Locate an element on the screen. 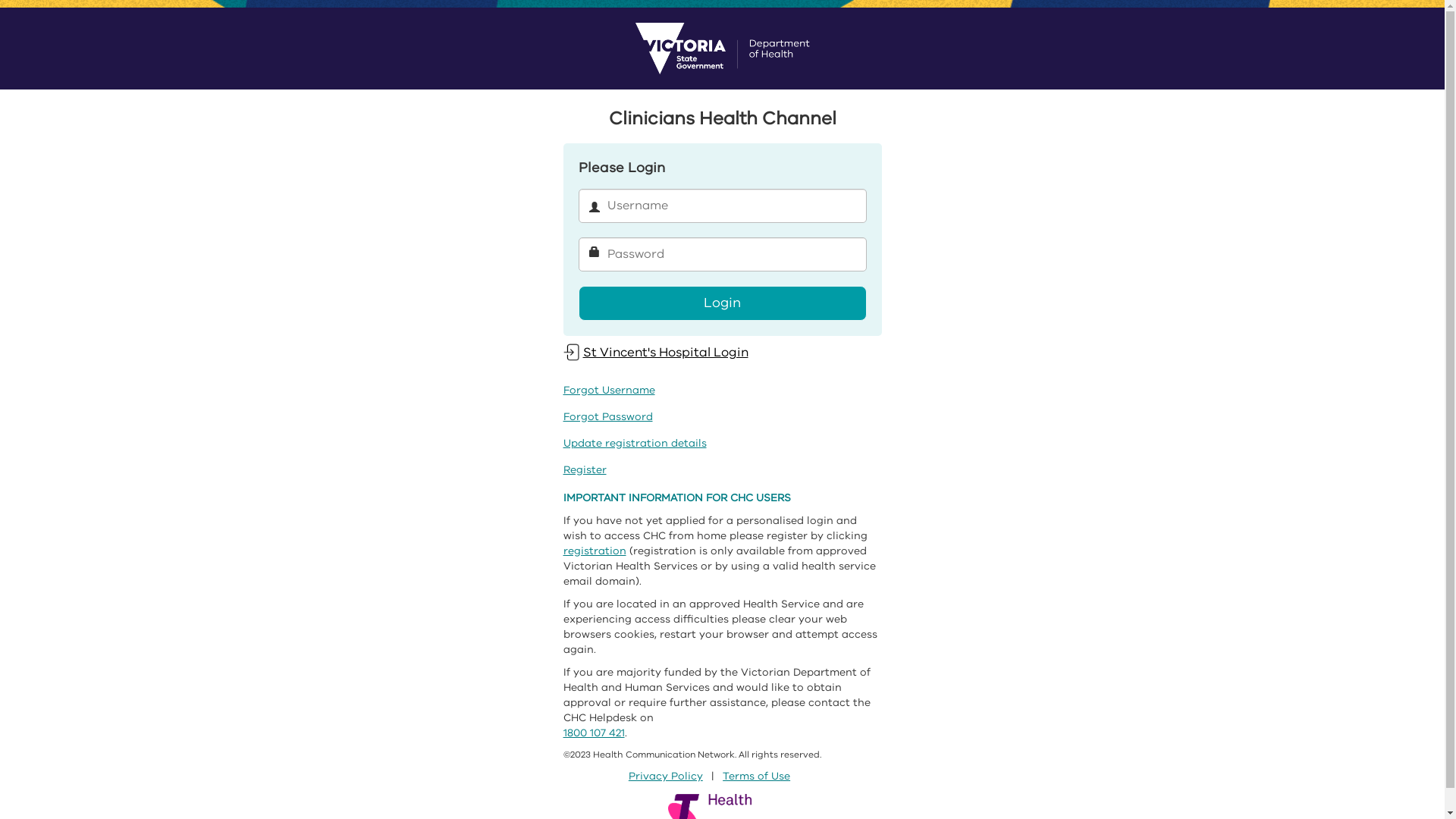 The image size is (1456, 819). 'Update registration details' is located at coordinates (634, 443).